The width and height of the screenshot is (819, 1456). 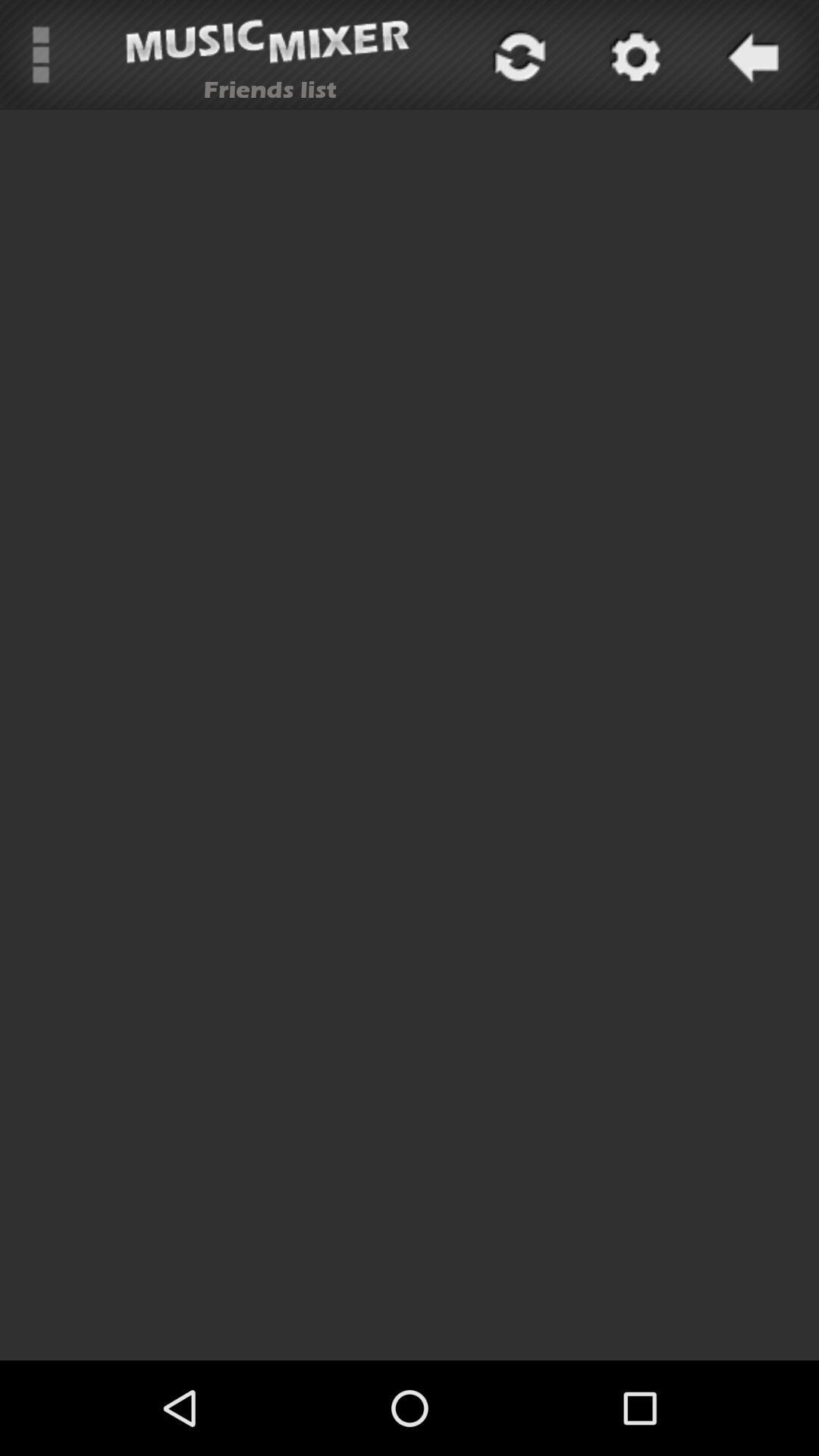 What do you see at coordinates (516, 55) in the screenshot?
I see `icon at the top` at bounding box center [516, 55].